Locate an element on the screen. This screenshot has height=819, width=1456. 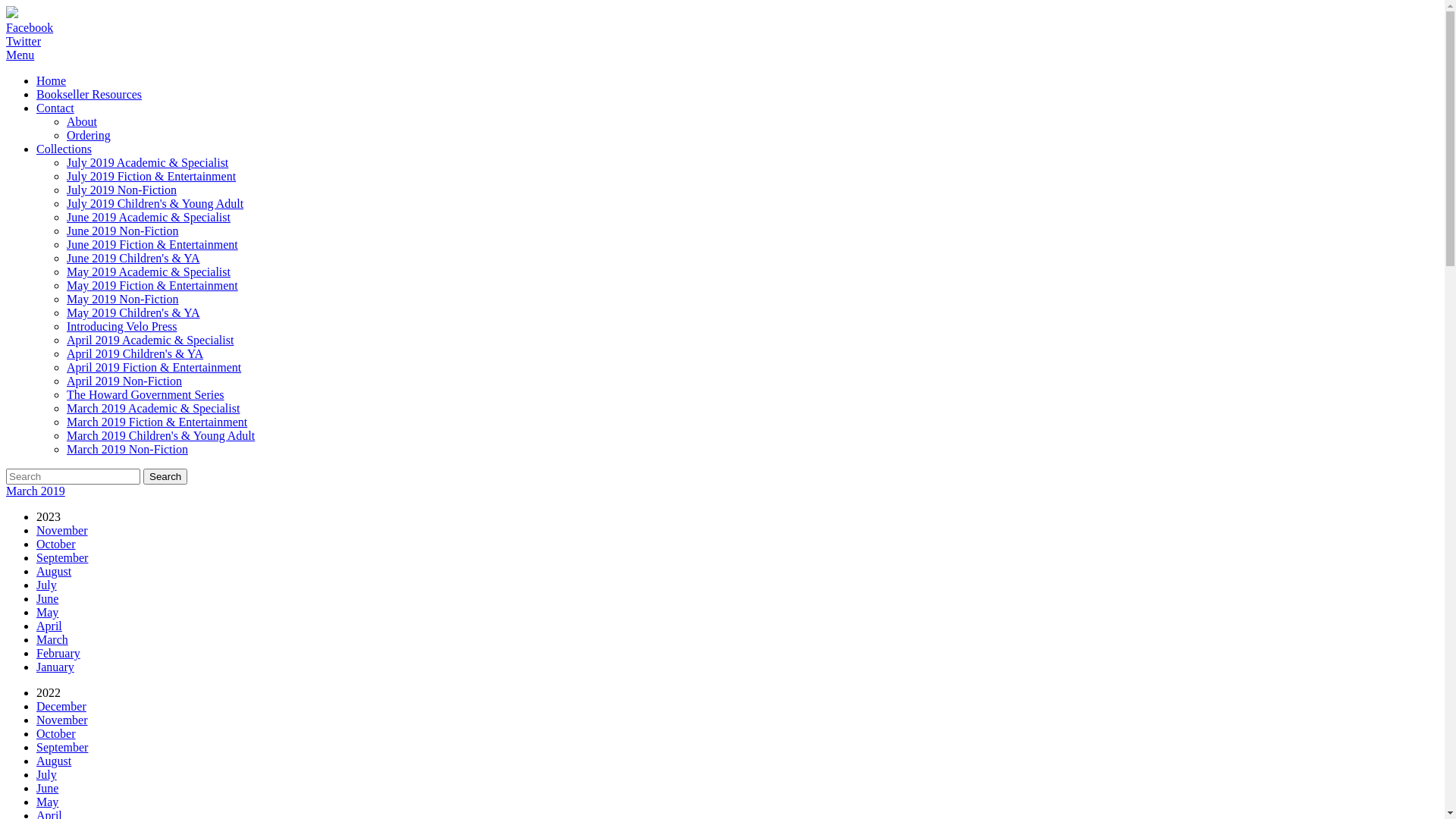
'June 2019 Fiction & Entertainment' is located at coordinates (65, 243).